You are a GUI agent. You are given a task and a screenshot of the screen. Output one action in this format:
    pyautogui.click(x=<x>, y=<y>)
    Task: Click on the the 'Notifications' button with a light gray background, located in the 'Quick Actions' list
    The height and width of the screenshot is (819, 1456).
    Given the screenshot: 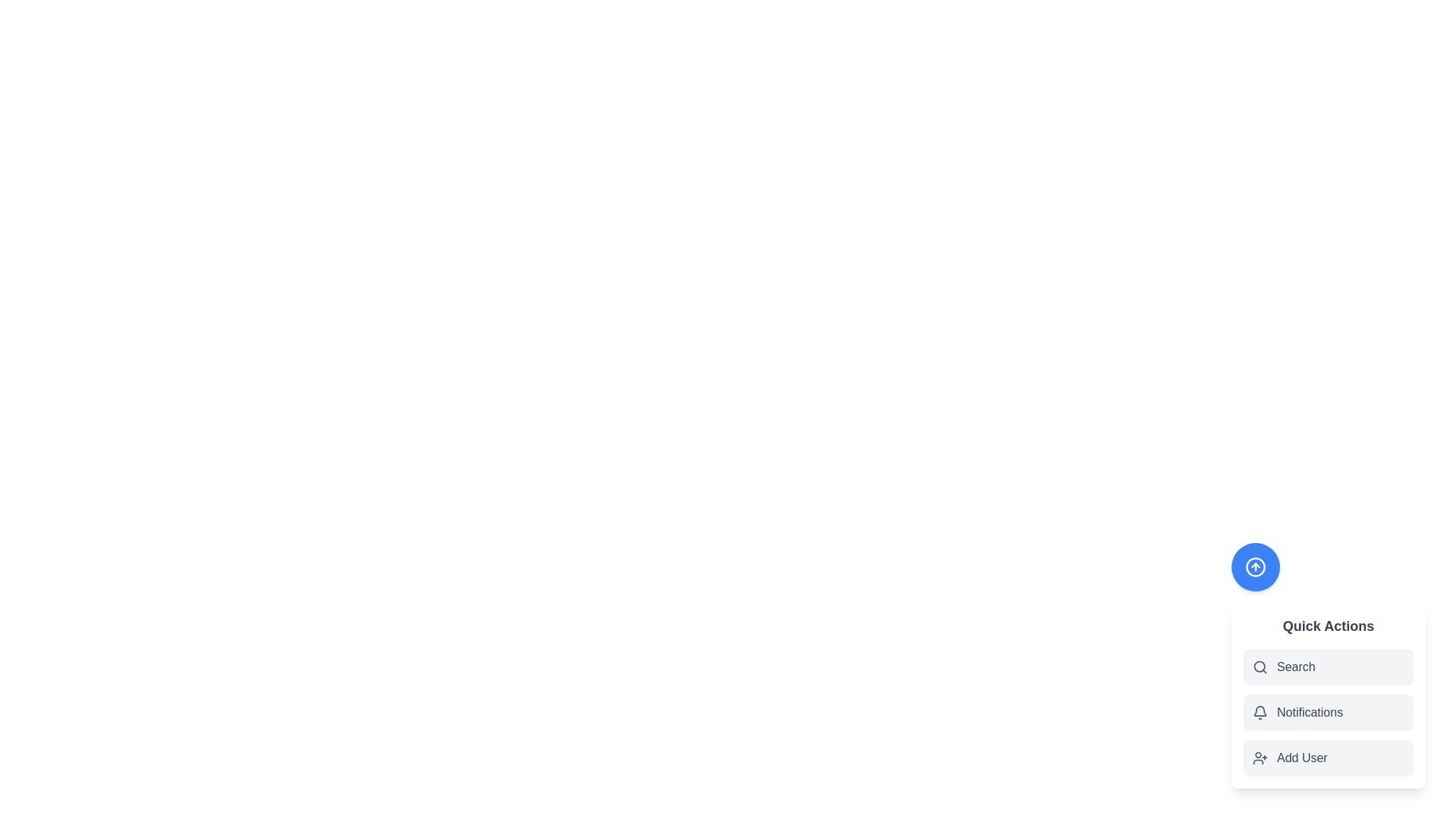 What is the action you would take?
    pyautogui.click(x=1328, y=713)
    